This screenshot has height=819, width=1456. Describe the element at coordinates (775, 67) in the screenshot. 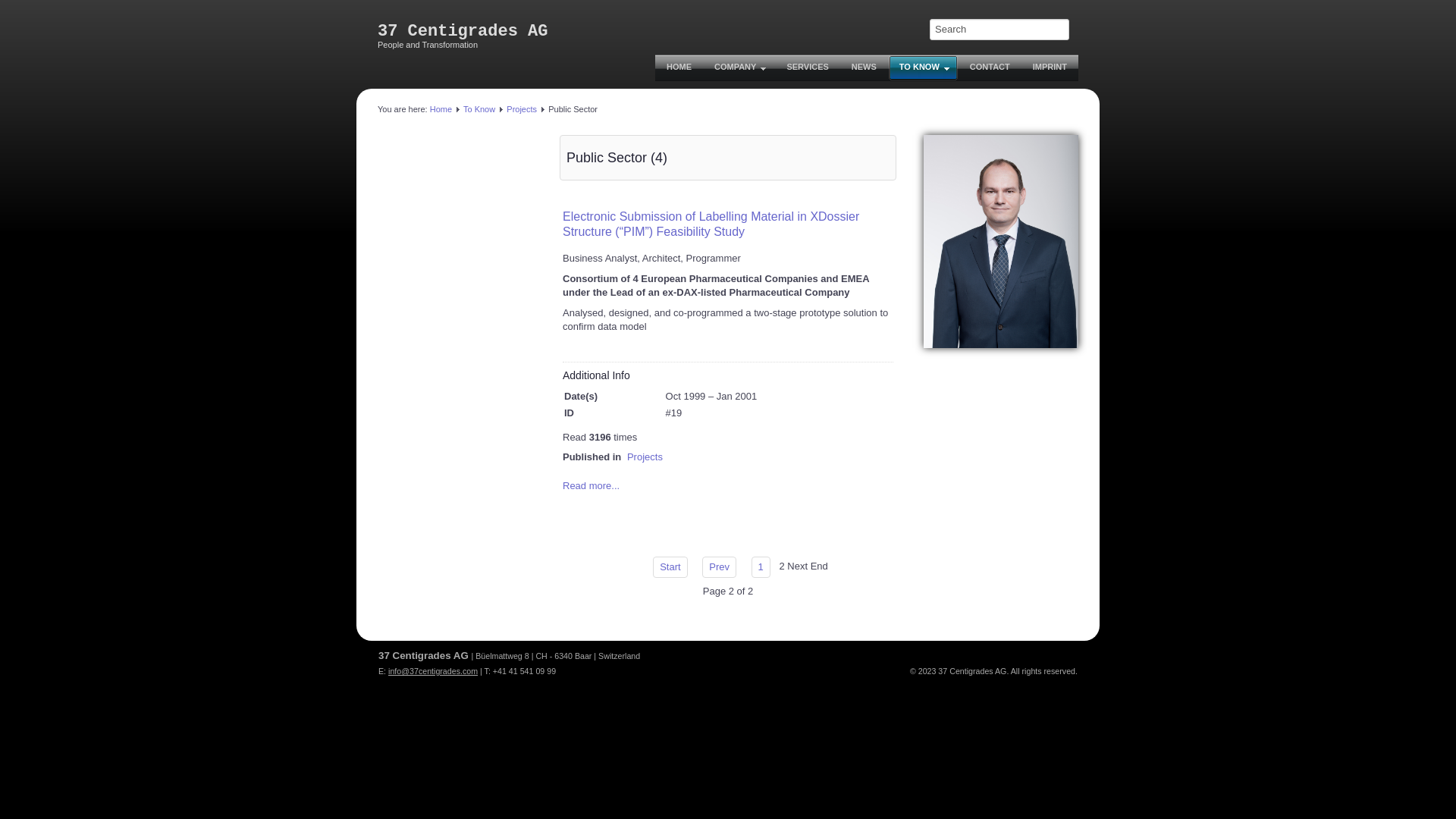

I see `'SERVICES'` at that location.